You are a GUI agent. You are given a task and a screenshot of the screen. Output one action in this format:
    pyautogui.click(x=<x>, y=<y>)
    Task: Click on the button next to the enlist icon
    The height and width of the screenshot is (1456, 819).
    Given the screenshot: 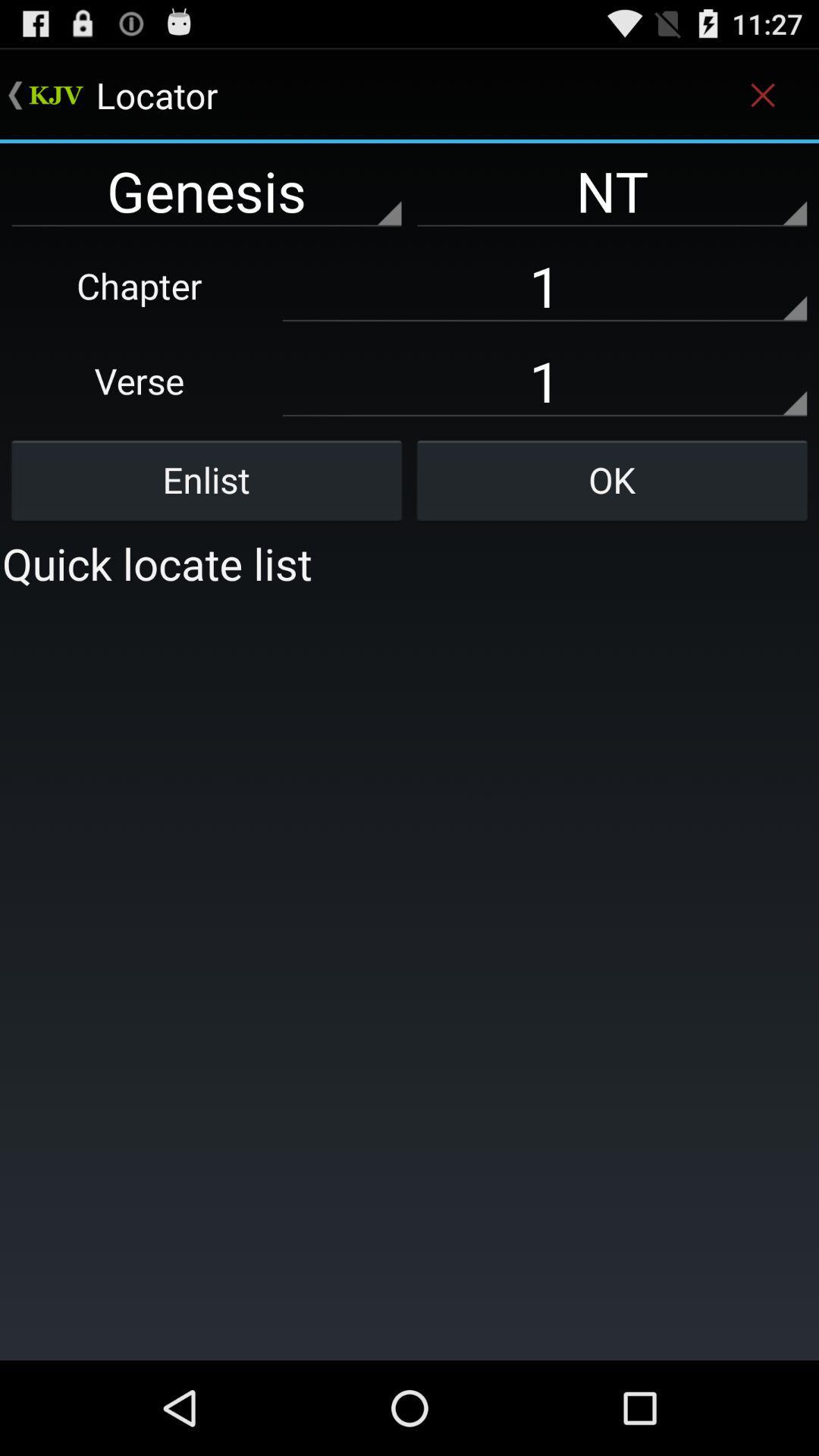 What is the action you would take?
    pyautogui.click(x=611, y=479)
    